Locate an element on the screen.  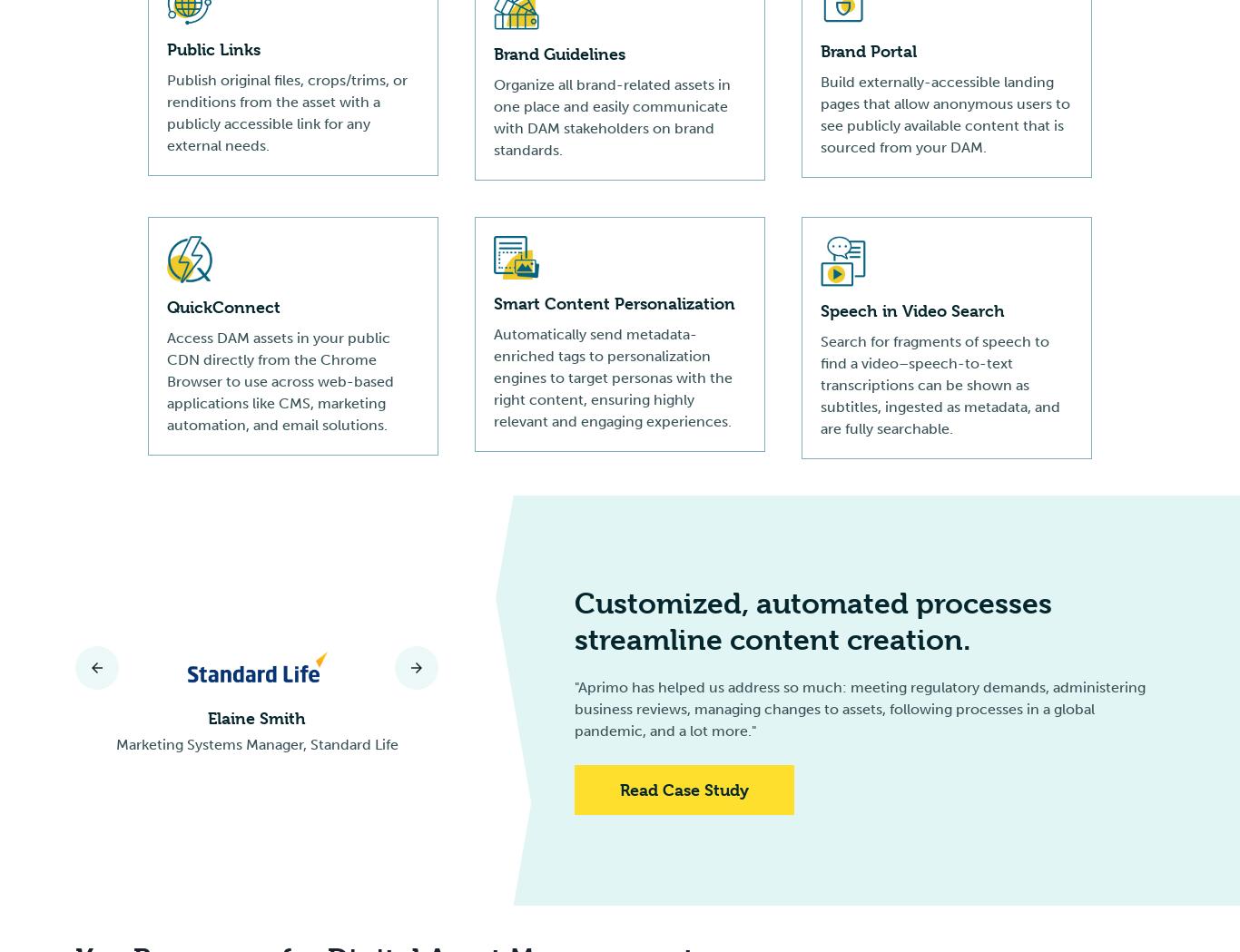
'Brand Portal' is located at coordinates (869, 51).